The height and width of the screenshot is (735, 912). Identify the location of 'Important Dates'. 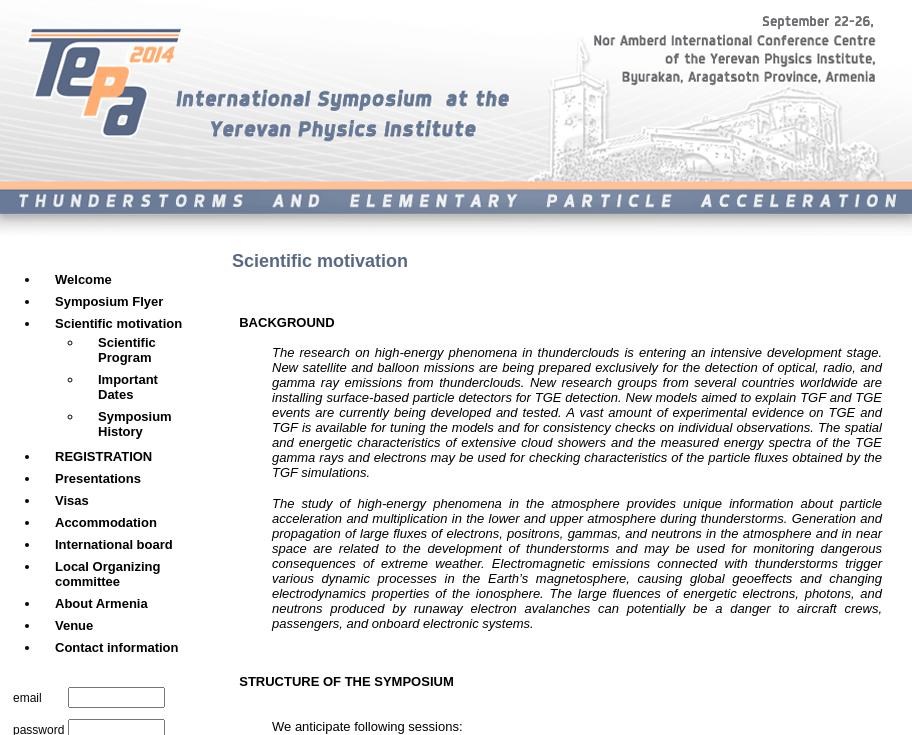
(126, 386).